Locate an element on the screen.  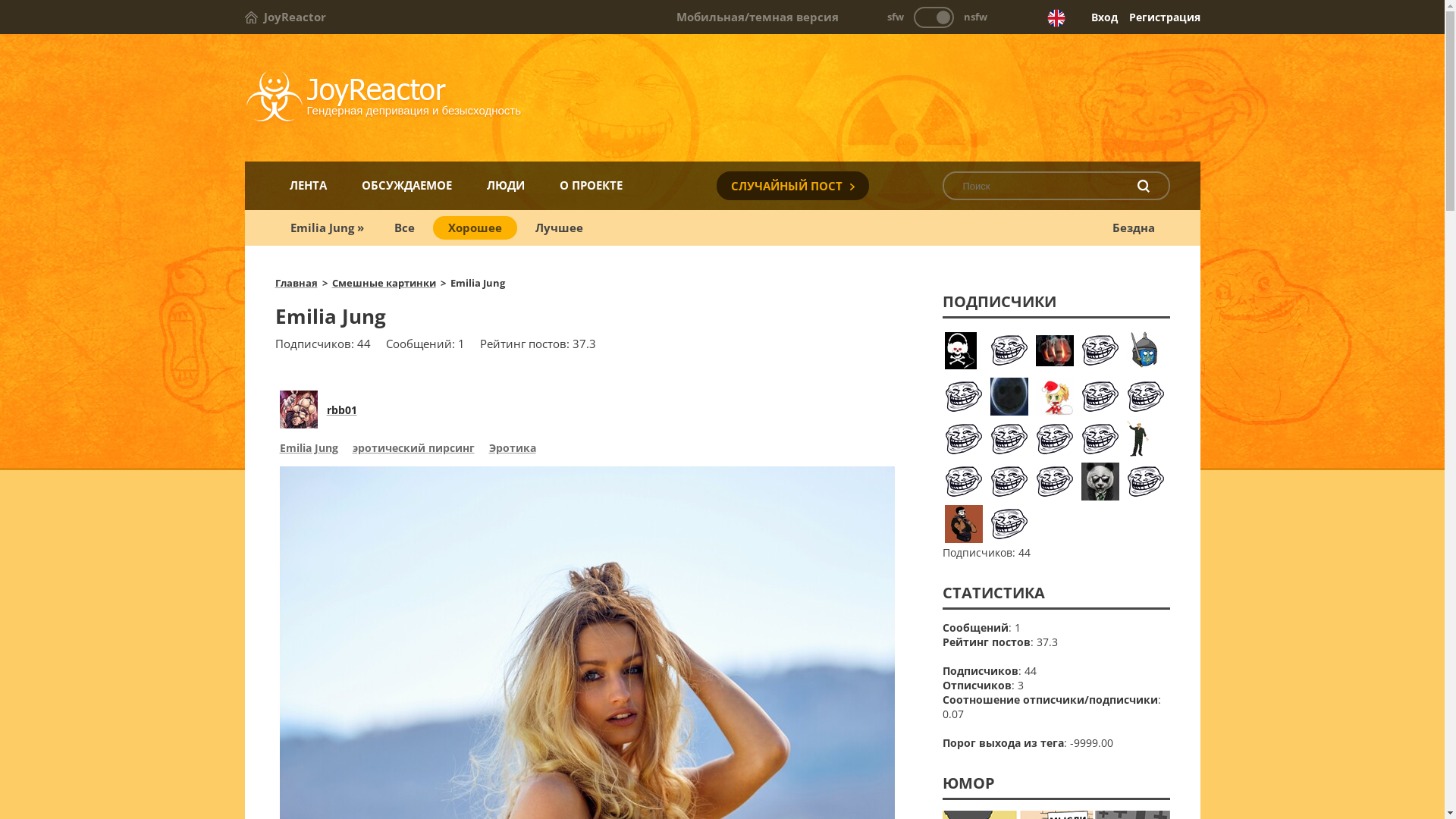
'Emilia Jung' is located at coordinates (307, 449).